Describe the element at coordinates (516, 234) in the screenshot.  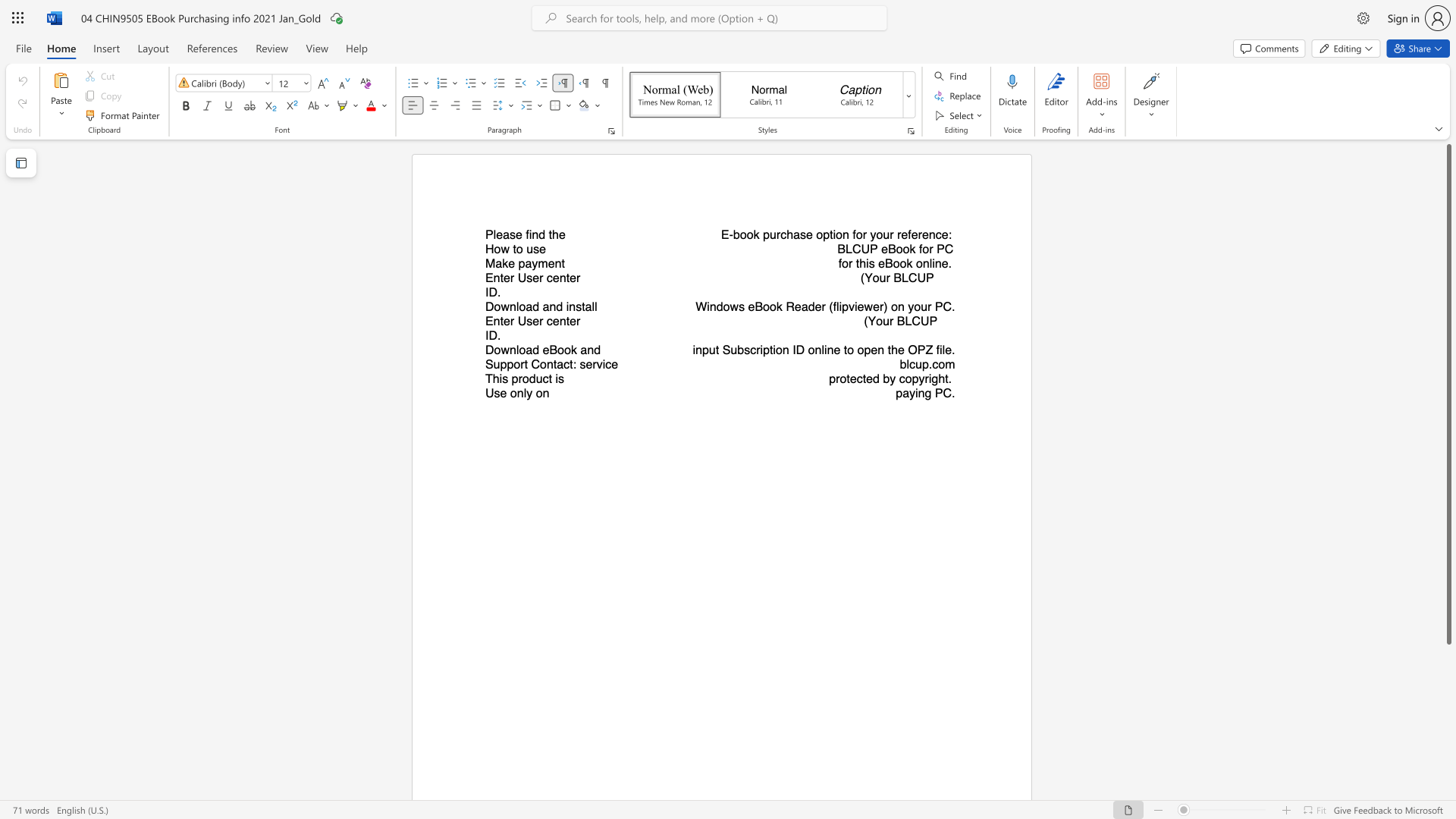
I see `the subset text "e find th" within the text "Please find the"` at that location.